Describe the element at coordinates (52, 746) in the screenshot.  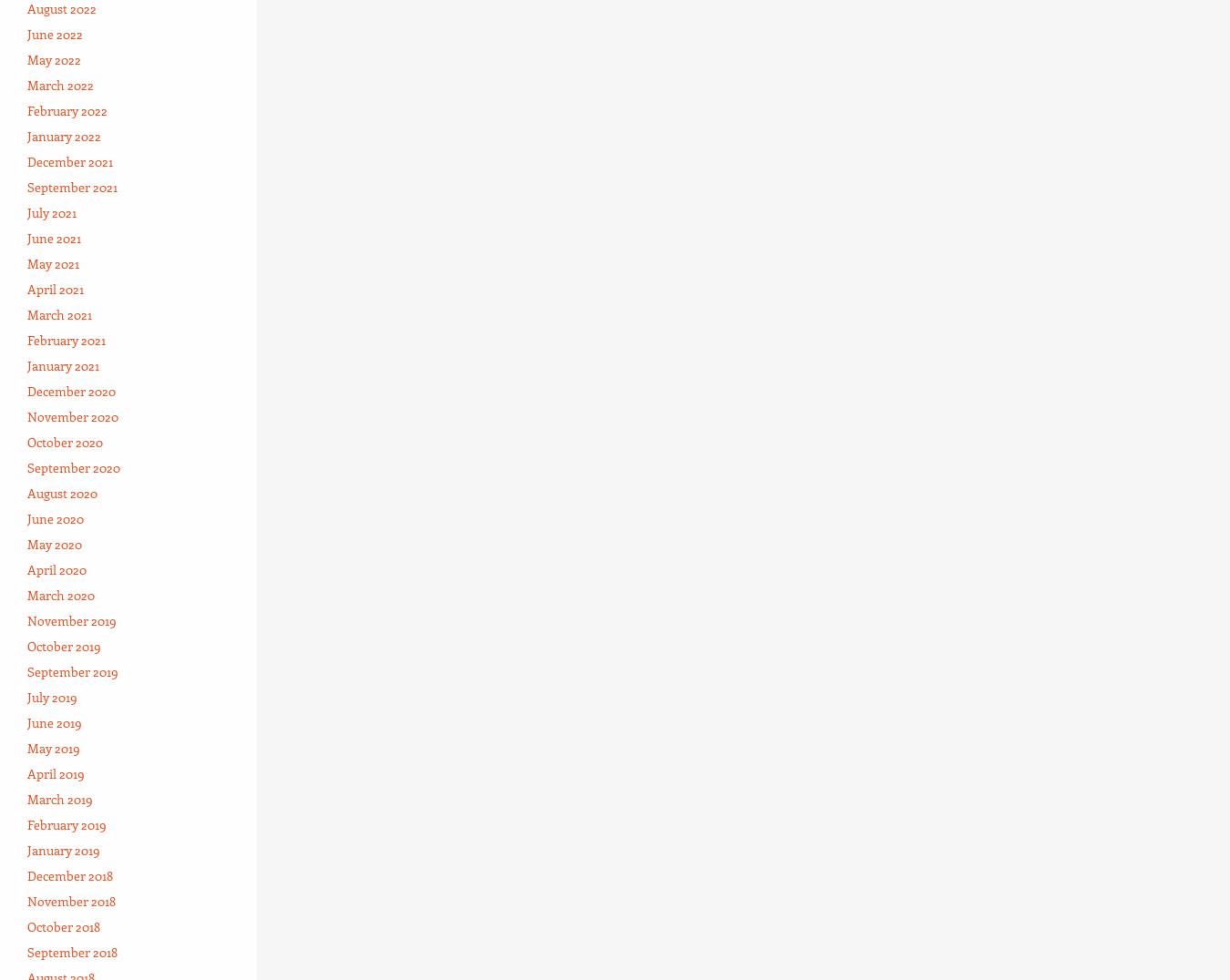
I see `'May 2019'` at that location.